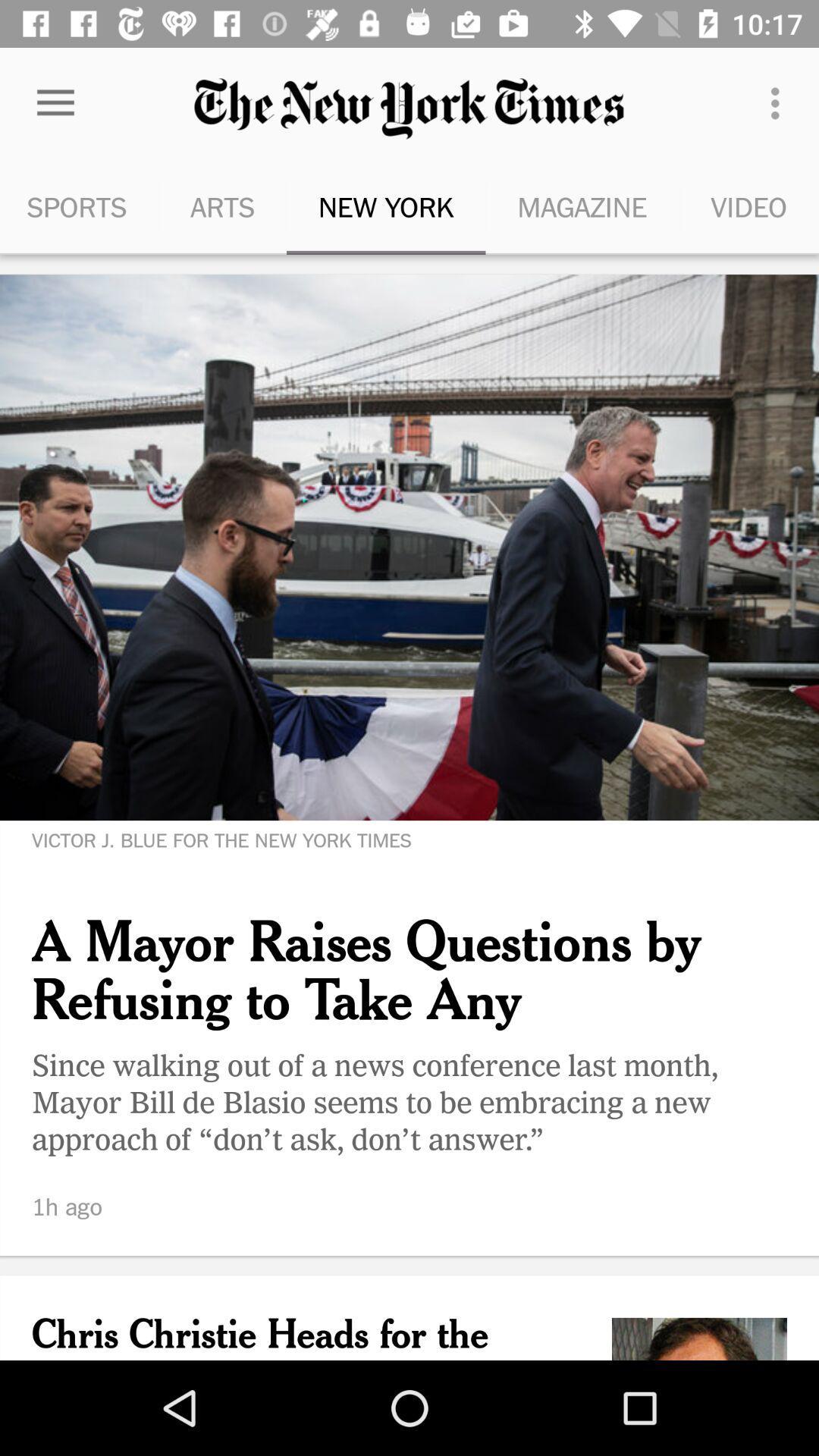 The height and width of the screenshot is (1456, 819). Describe the element at coordinates (222, 206) in the screenshot. I see `the arts item` at that location.